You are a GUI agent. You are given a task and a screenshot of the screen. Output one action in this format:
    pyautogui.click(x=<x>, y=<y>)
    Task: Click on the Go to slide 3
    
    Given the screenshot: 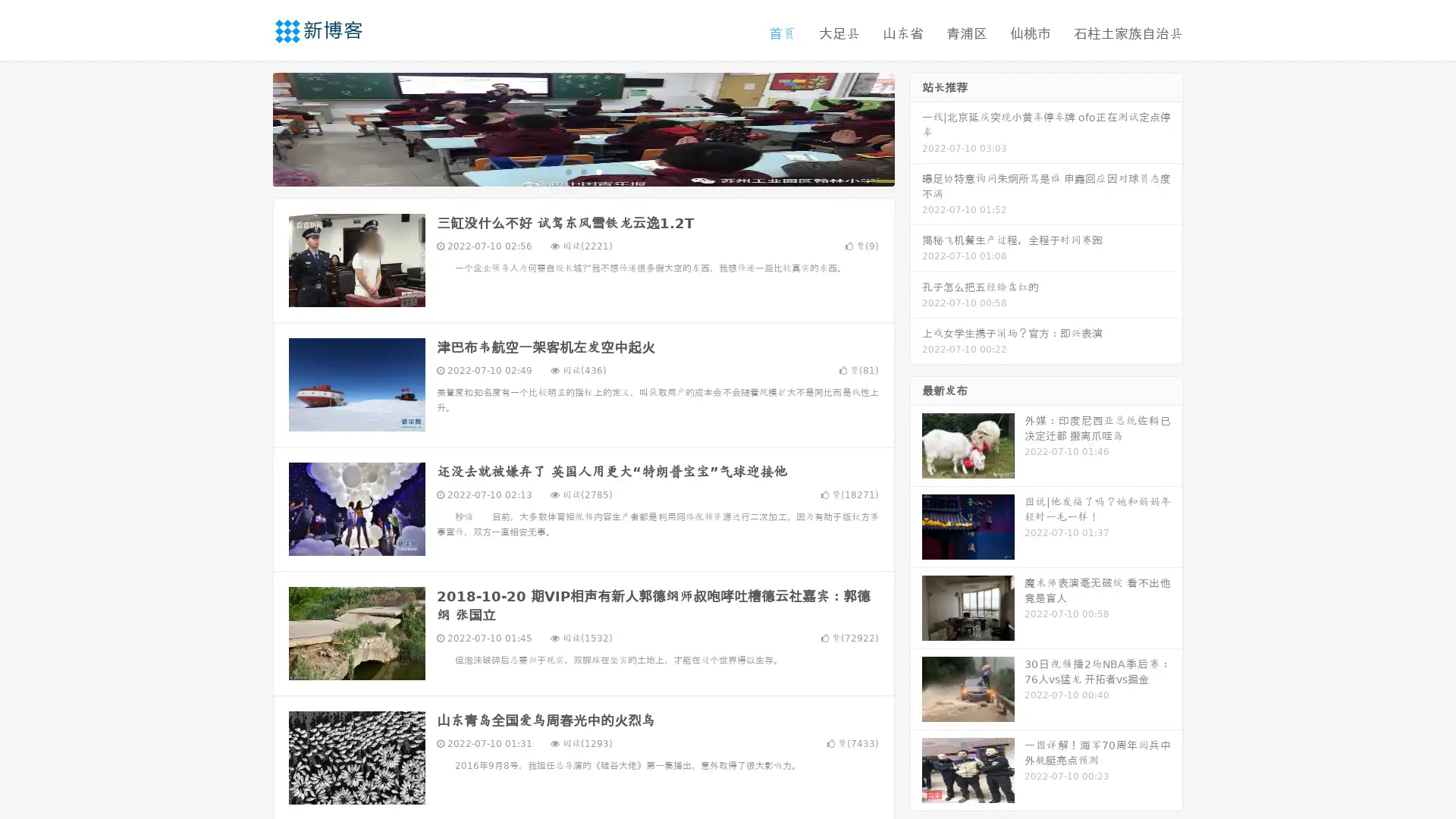 What is the action you would take?
    pyautogui.click(x=598, y=171)
    